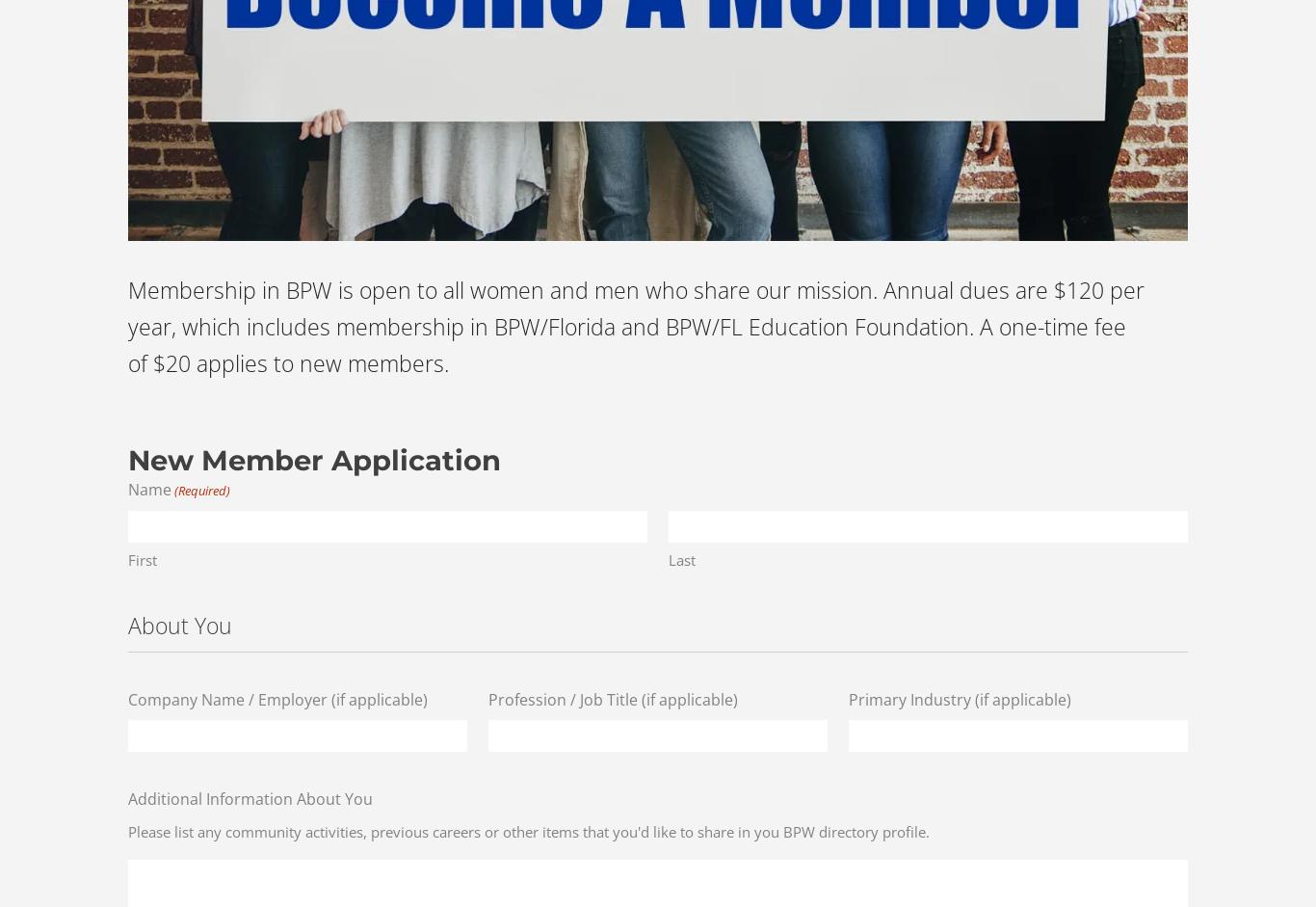  What do you see at coordinates (635, 325) in the screenshot?
I see `'Membership in BPW is open to all women and men who share our mission. Annual dues are $120 per year, which includes membership in BPW/Florida and BPW/FL Education Foundation. A one-time fee of $20 applies to new members.'` at bounding box center [635, 325].